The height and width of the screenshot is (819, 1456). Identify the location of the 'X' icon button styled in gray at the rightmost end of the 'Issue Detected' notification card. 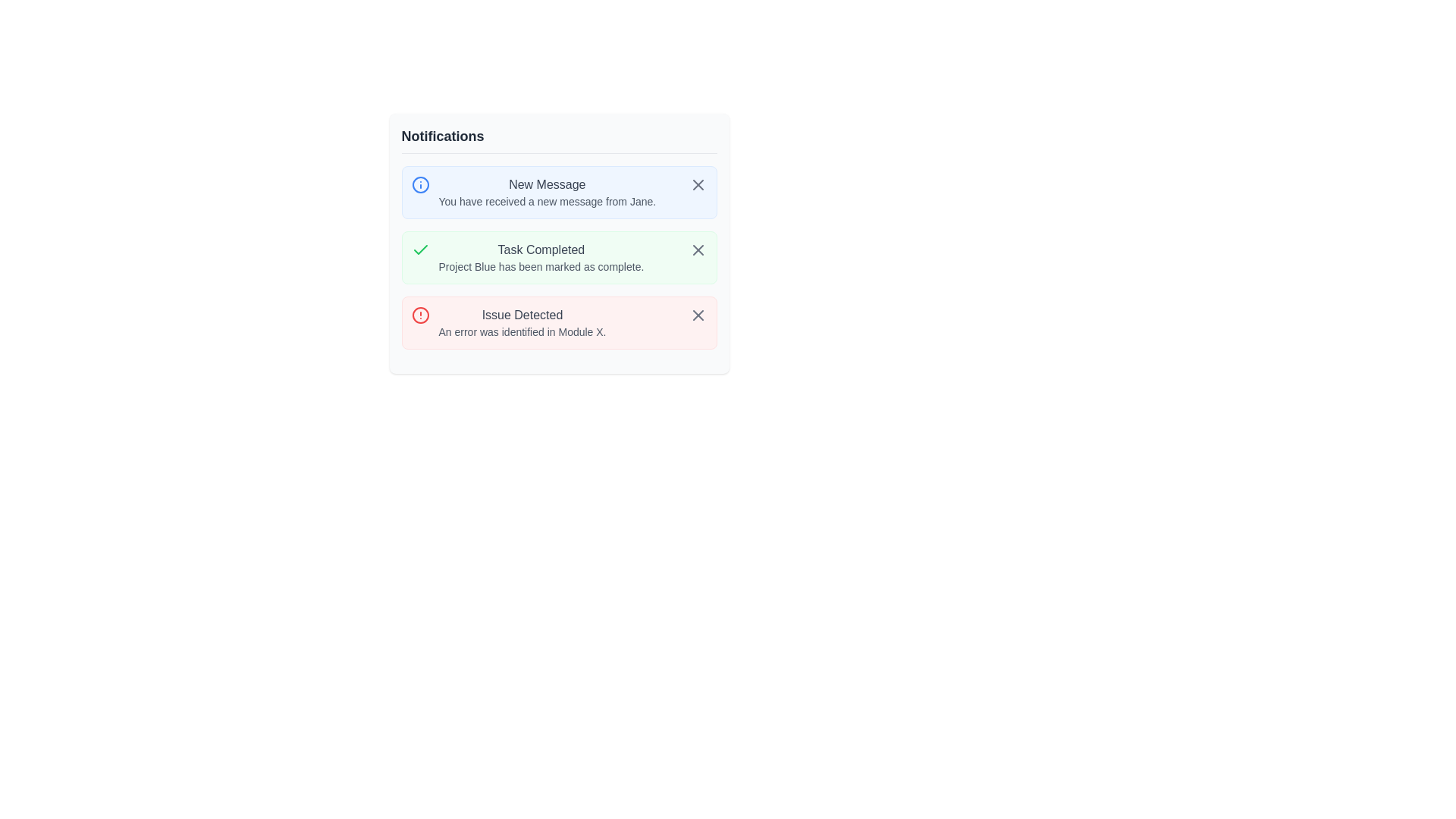
(697, 315).